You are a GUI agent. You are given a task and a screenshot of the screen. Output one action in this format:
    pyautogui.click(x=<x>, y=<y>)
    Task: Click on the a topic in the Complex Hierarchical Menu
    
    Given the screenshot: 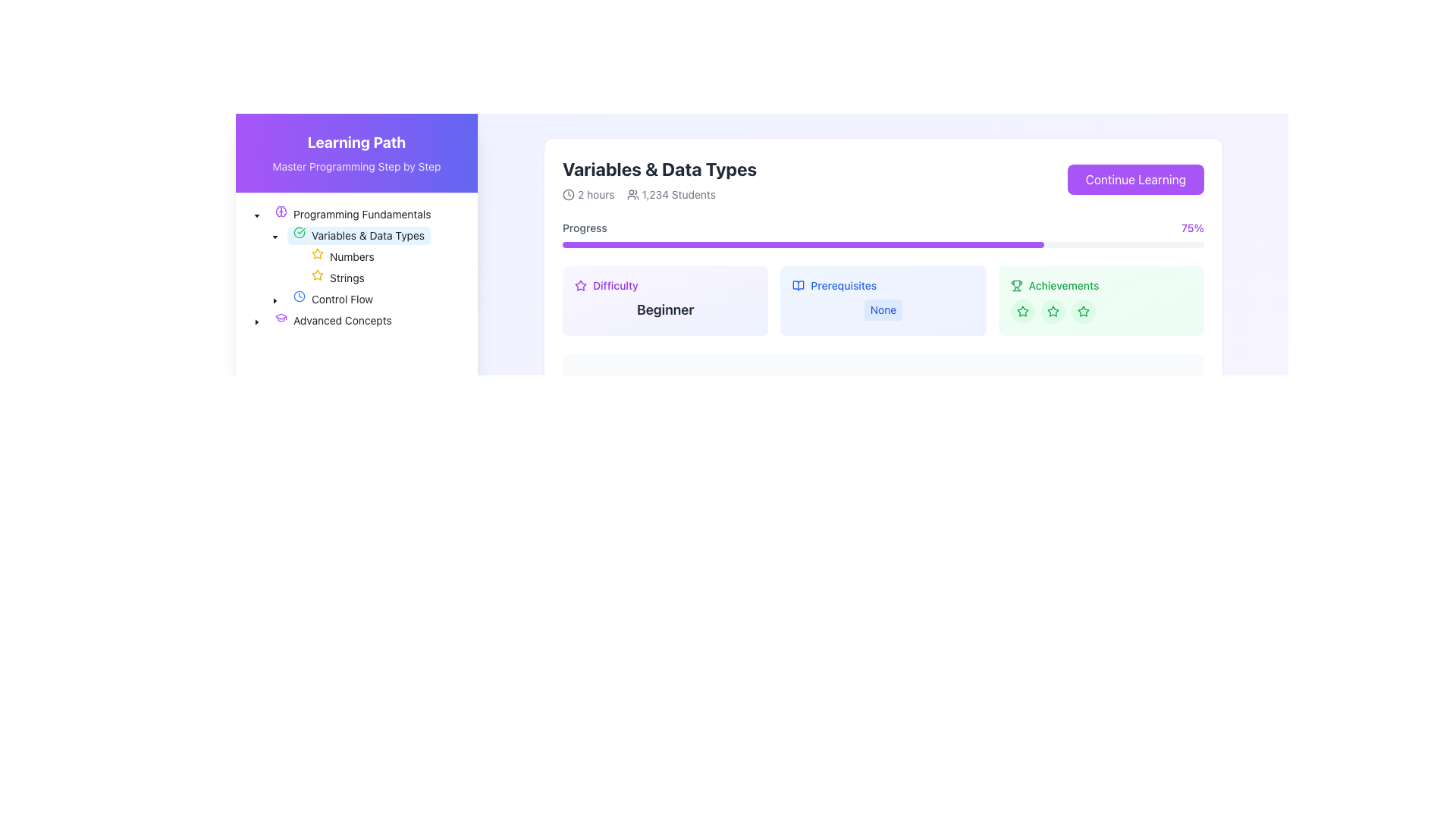 What is the action you would take?
    pyautogui.click(x=356, y=268)
    